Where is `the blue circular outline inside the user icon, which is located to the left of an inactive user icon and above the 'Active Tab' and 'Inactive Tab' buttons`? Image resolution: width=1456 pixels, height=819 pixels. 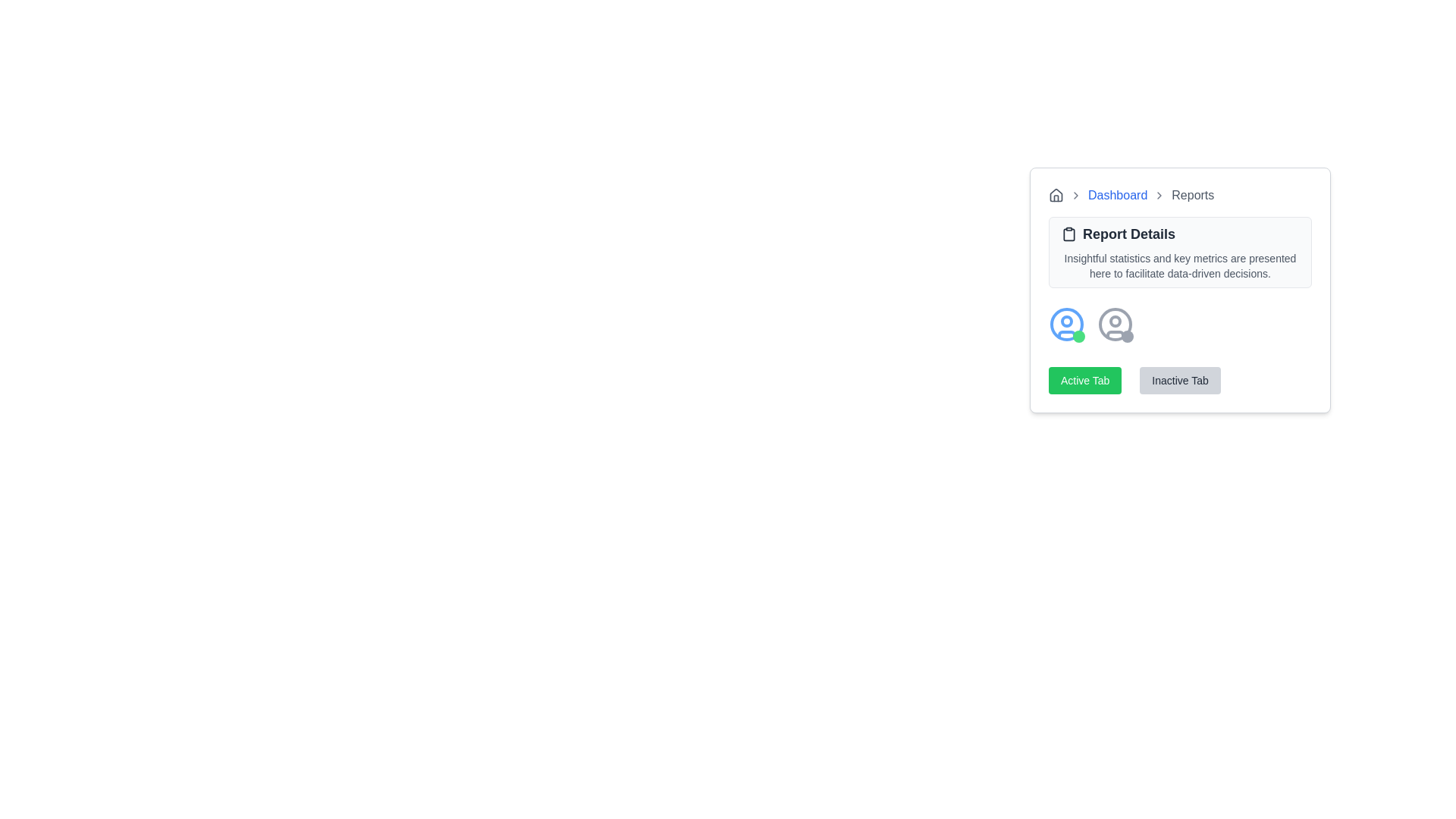 the blue circular outline inside the user icon, which is located to the left of an inactive user icon and above the 'Active Tab' and 'Inactive Tab' buttons is located at coordinates (1065, 324).